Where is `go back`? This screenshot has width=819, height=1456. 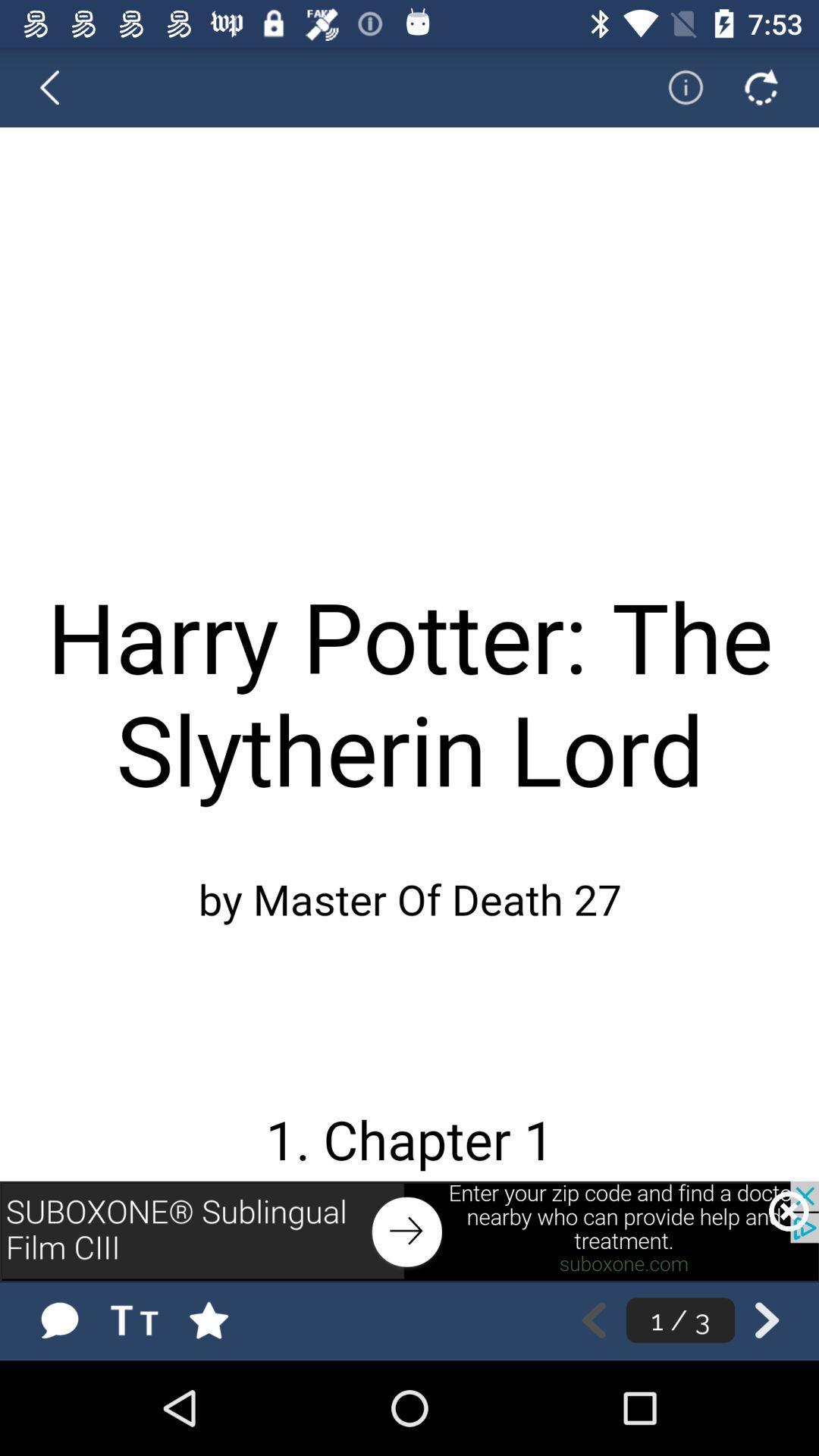 go back is located at coordinates (761, 86).